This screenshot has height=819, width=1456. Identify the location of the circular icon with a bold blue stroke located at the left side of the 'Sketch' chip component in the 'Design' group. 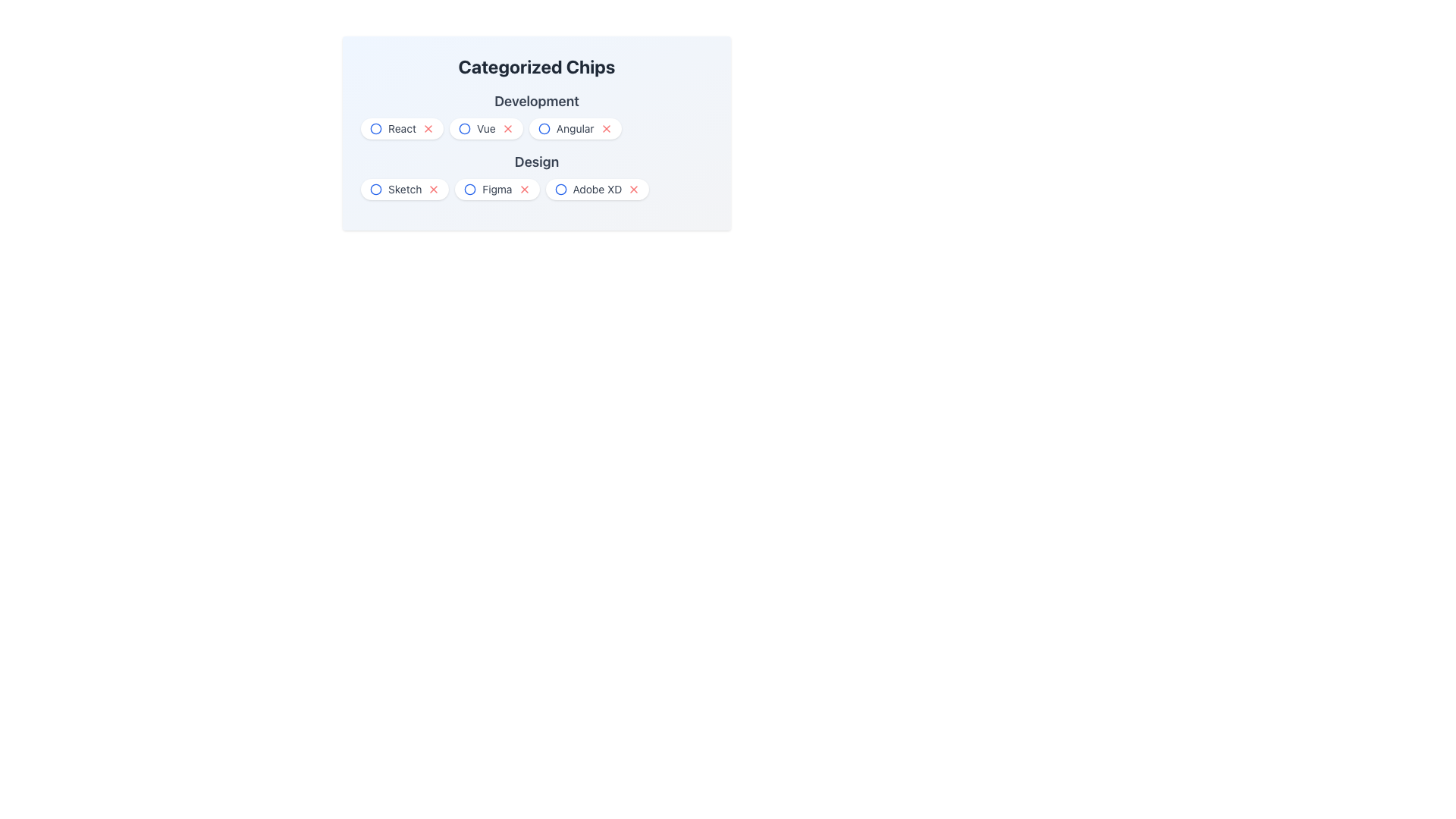
(375, 189).